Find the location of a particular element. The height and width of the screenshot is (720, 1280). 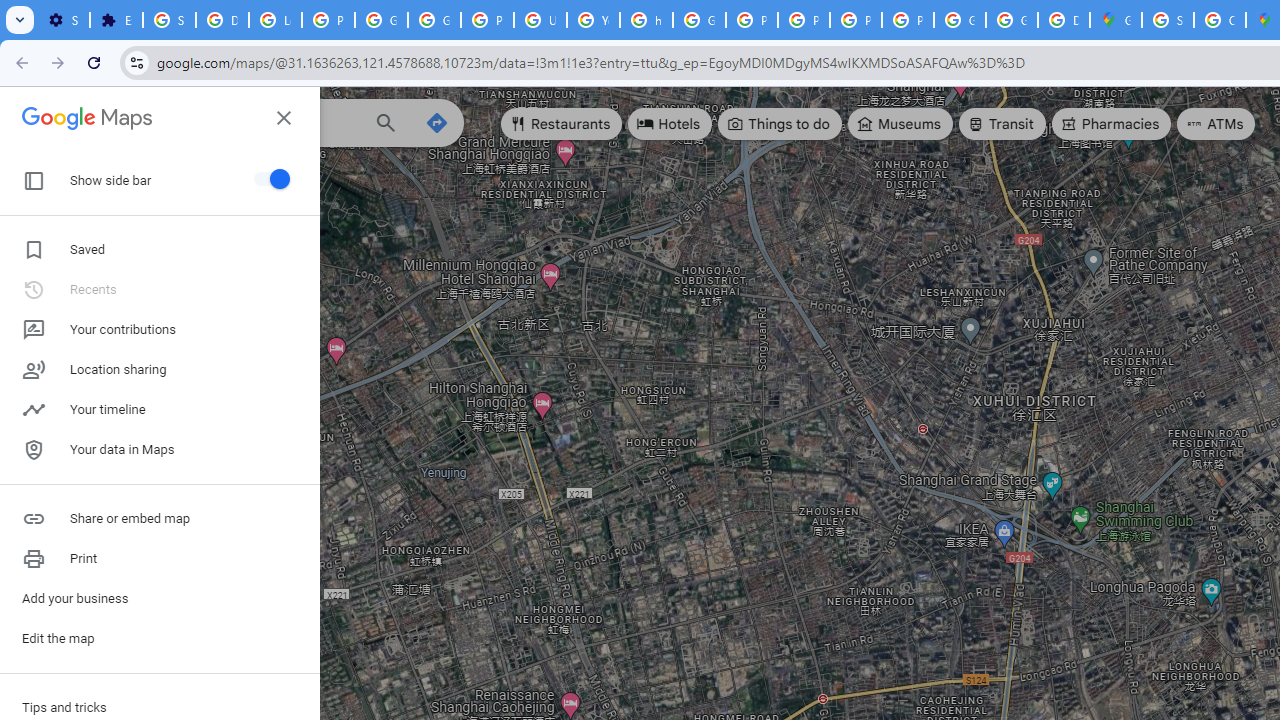

'Your timeline' is located at coordinates (160, 409).